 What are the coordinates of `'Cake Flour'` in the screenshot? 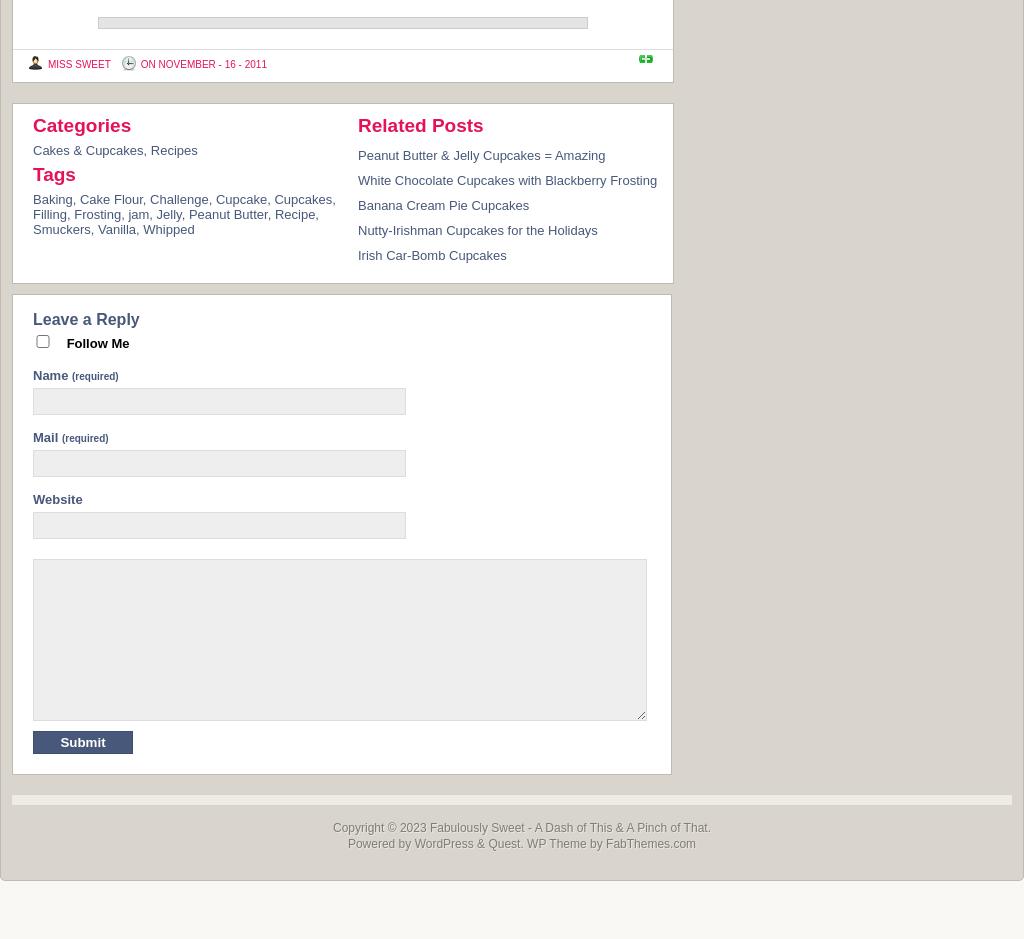 It's located at (77, 197).